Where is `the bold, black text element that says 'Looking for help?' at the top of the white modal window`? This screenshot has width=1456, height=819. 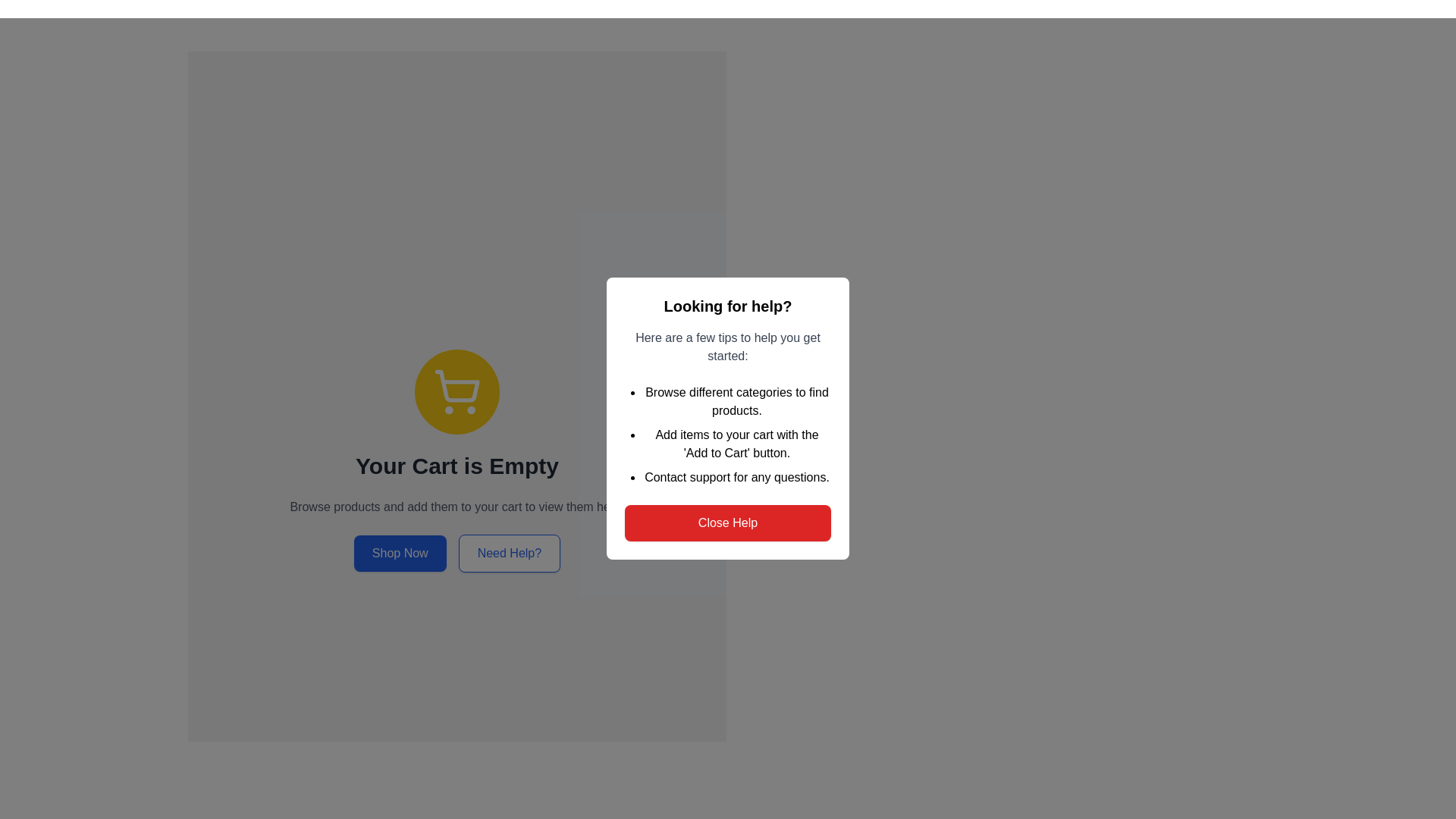 the bold, black text element that says 'Looking for help?' at the top of the white modal window is located at coordinates (728, 306).